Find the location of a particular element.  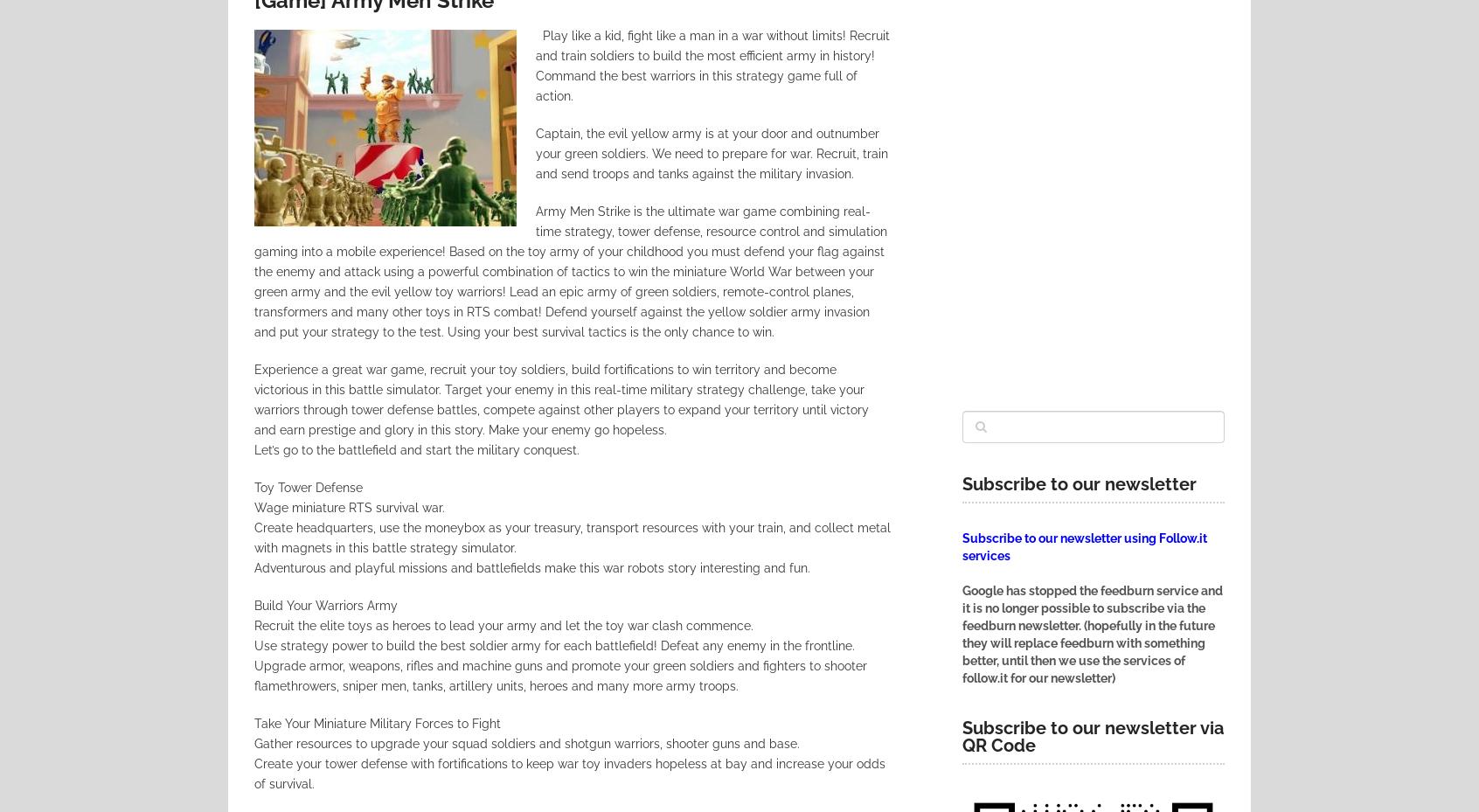

'Create headquarters, use the moneybox as your treasury, transport resources with your train, and collect metal with magnets in this battle strategy simulator.' is located at coordinates (572, 536).